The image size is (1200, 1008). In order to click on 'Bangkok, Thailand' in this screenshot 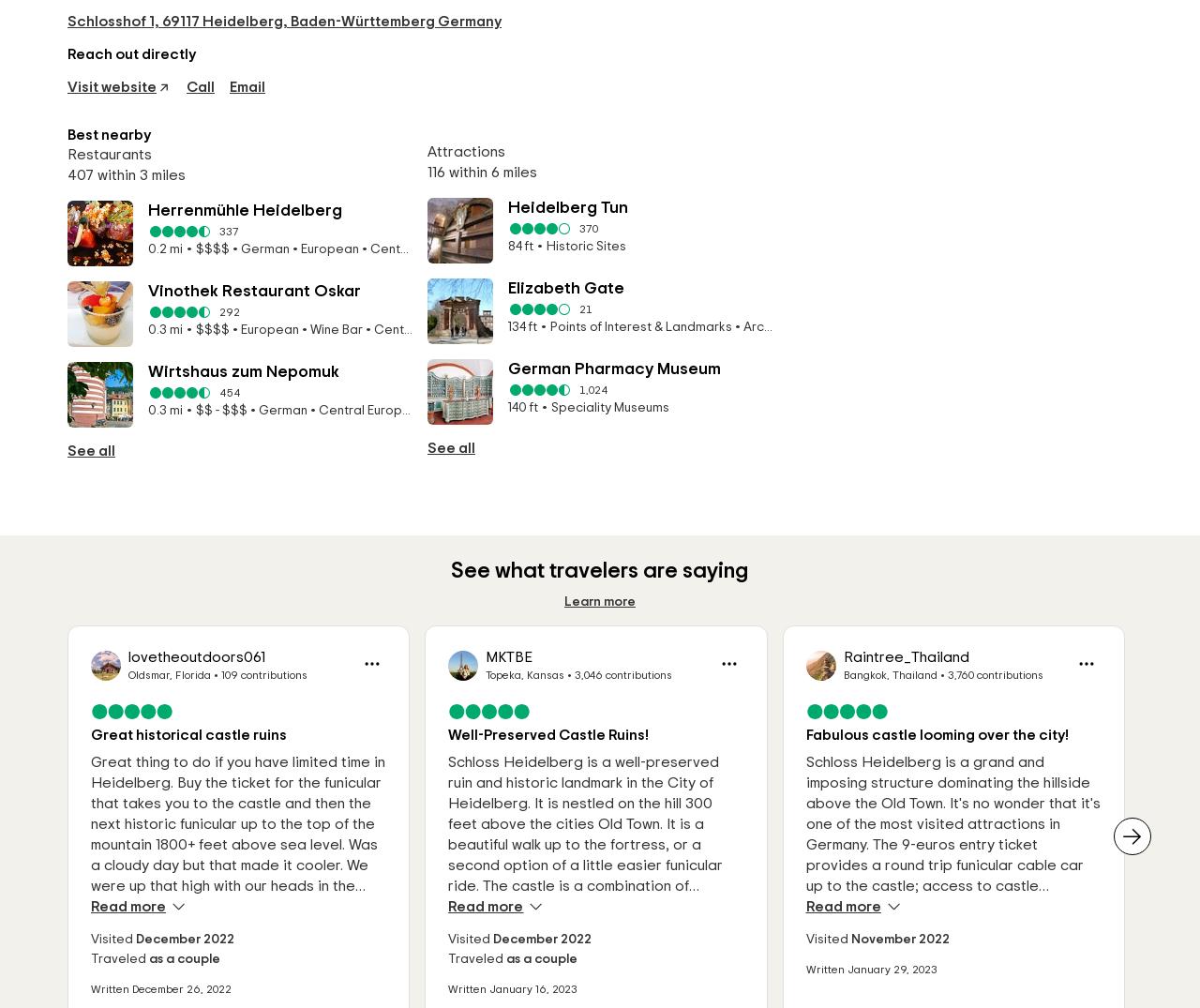, I will do `click(888, 674)`.